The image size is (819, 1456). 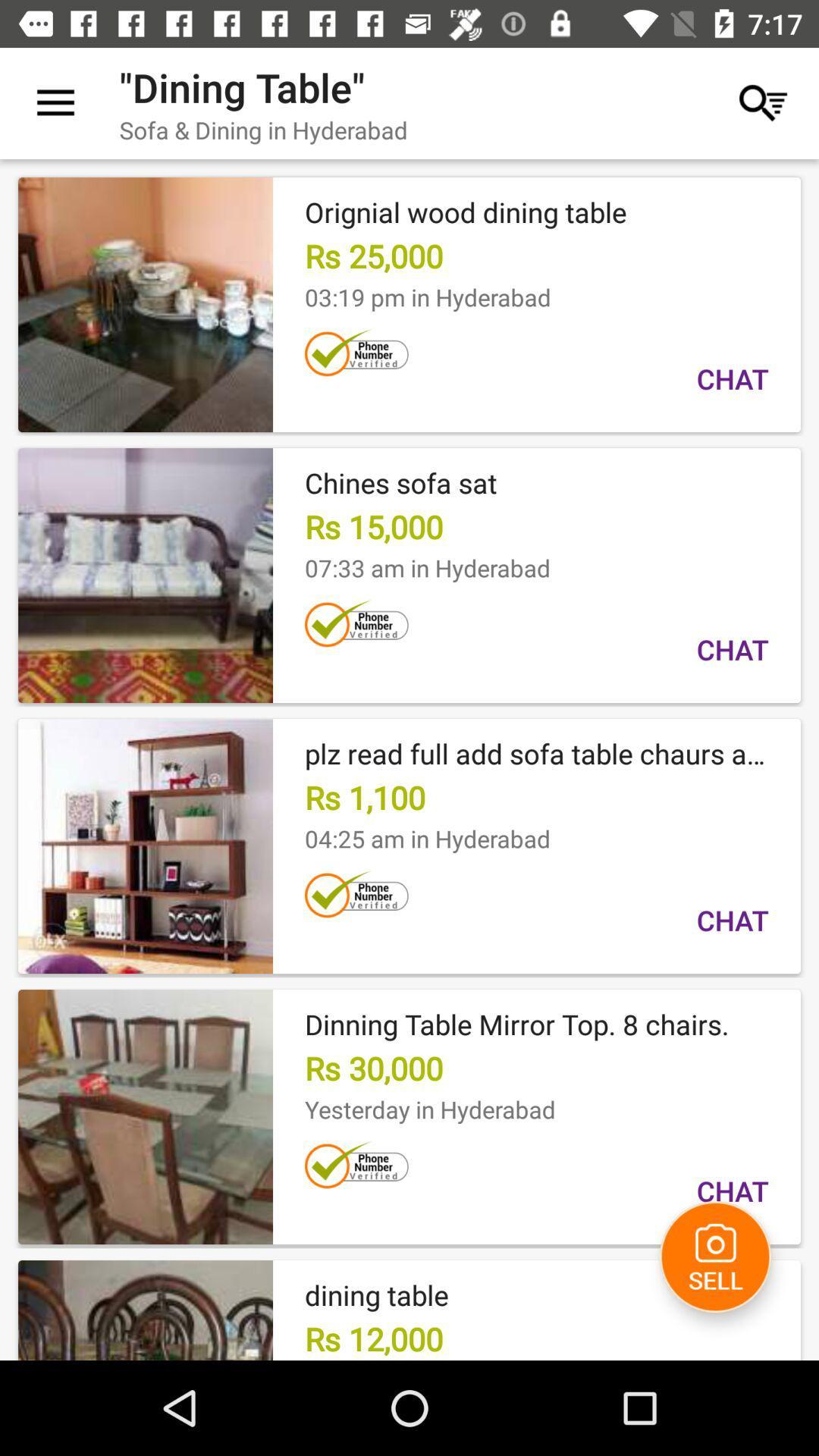 What do you see at coordinates (715, 1257) in the screenshot?
I see `the photo icon` at bounding box center [715, 1257].